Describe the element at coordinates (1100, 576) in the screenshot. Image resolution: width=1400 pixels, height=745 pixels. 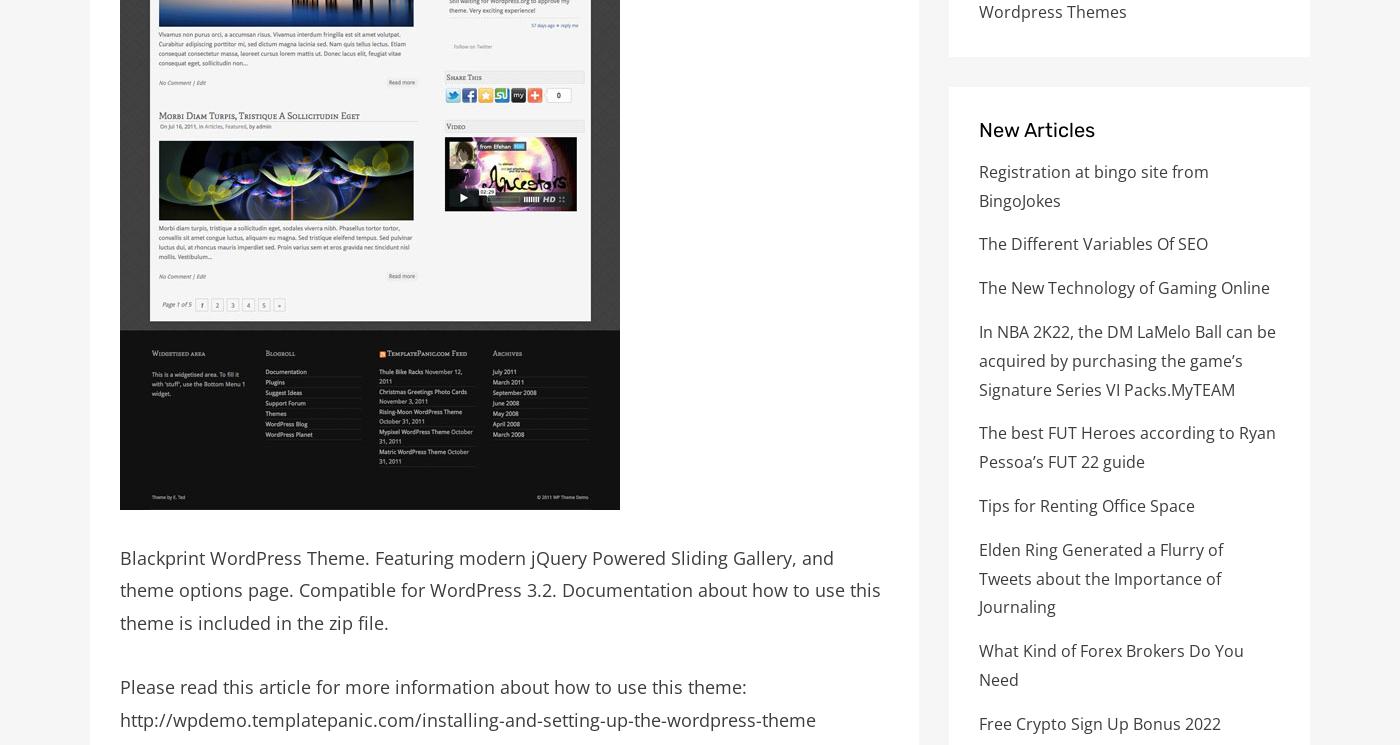
I see `'Elden Ring Generated a Flurry of Tweets about the Importance of Journaling'` at that location.